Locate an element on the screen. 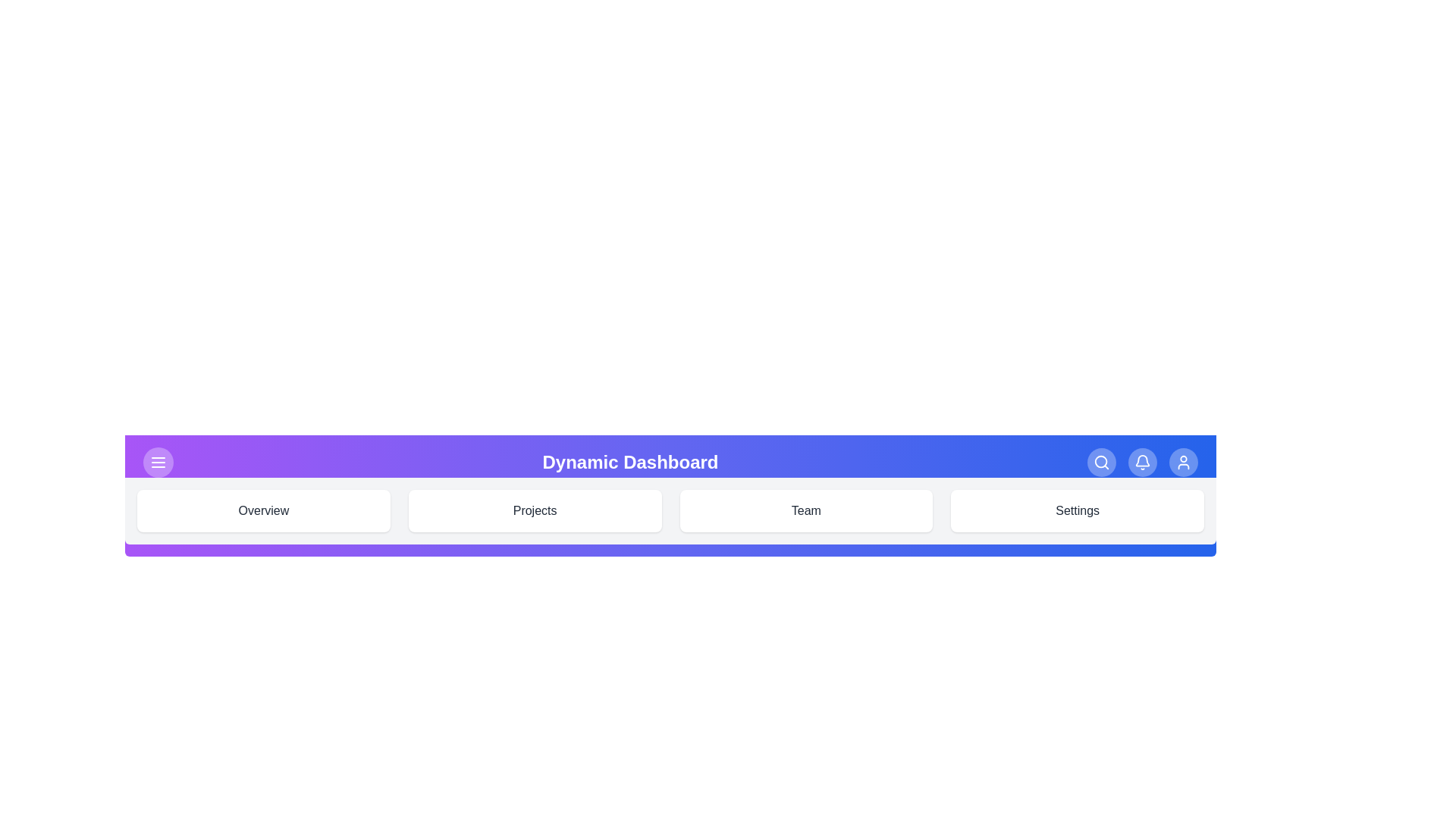 The height and width of the screenshot is (819, 1456). the search button is located at coordinates (1102, 461).